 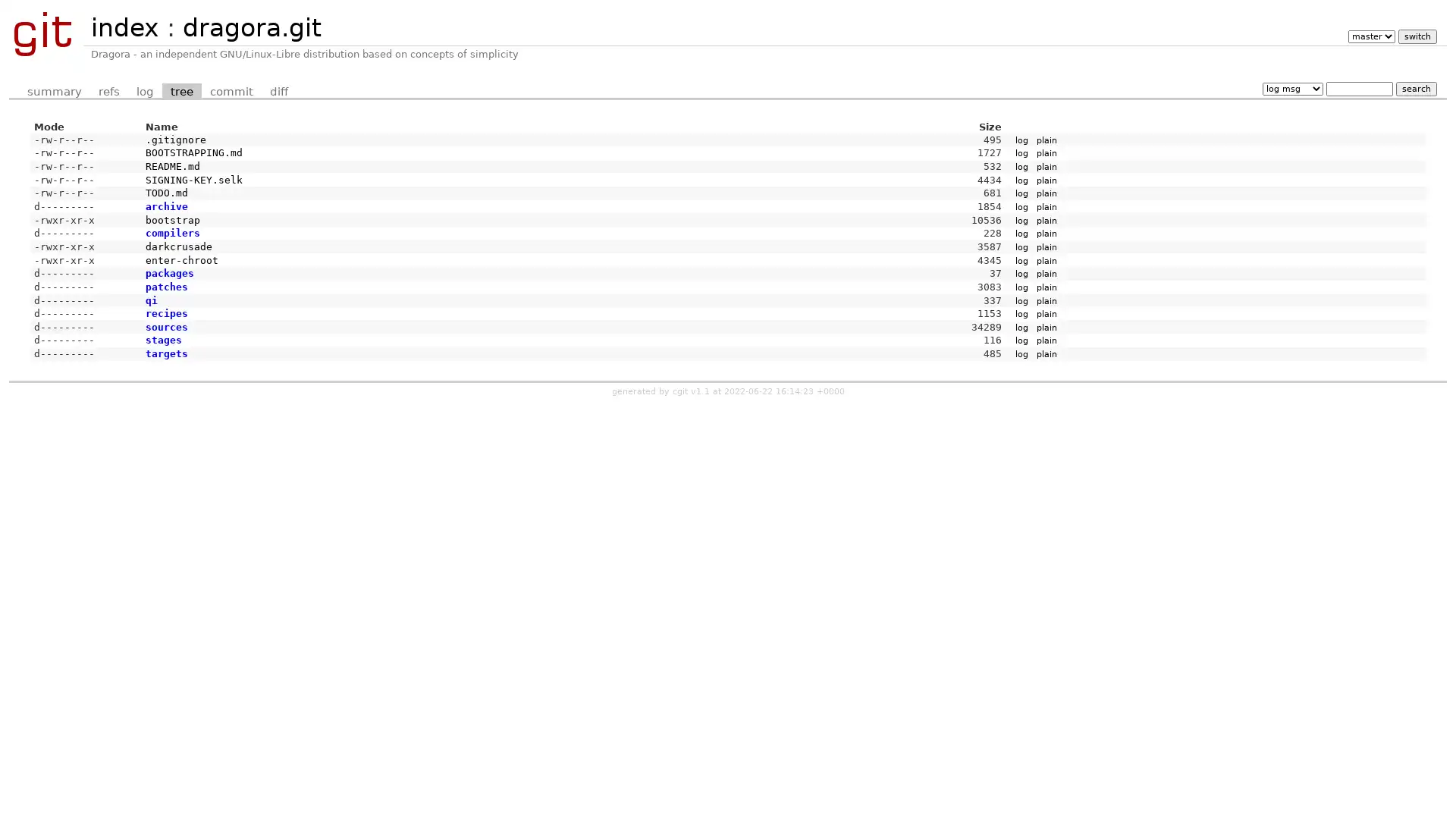 I want to click on switch, so click(x=1416, y=36).